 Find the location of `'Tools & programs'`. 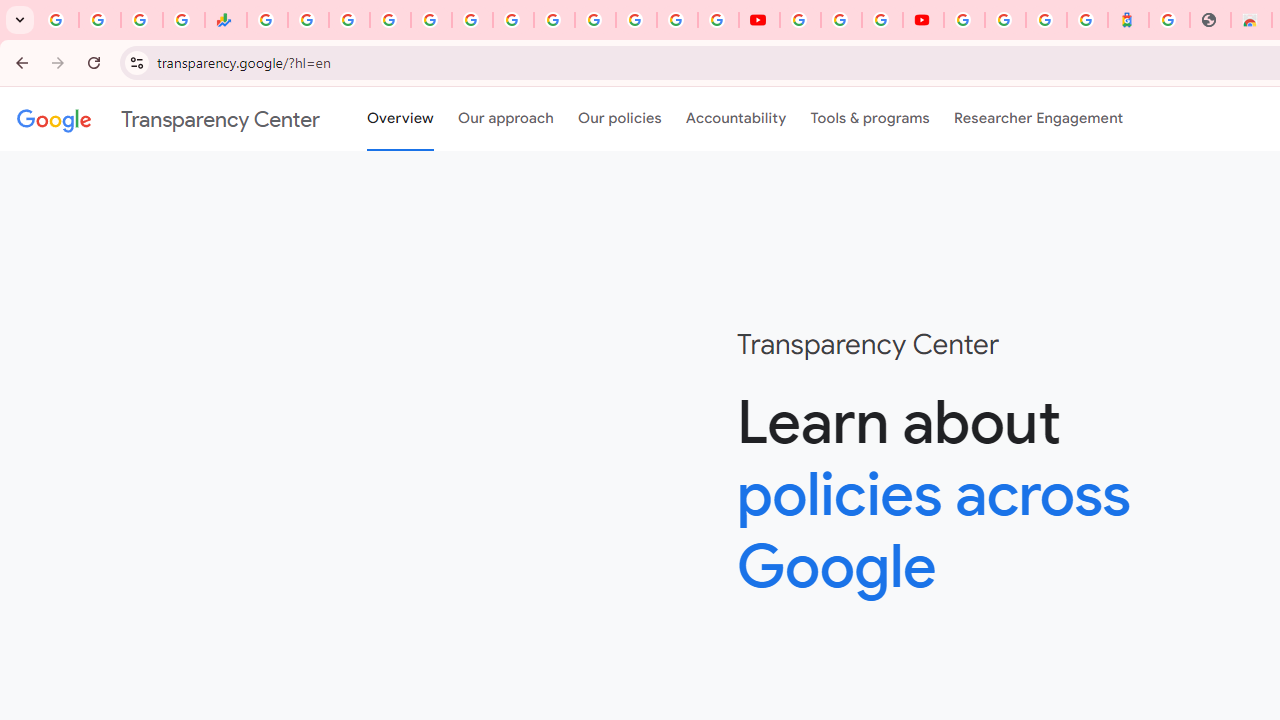

'Tools & programs' is located at coordinates (869, 119).